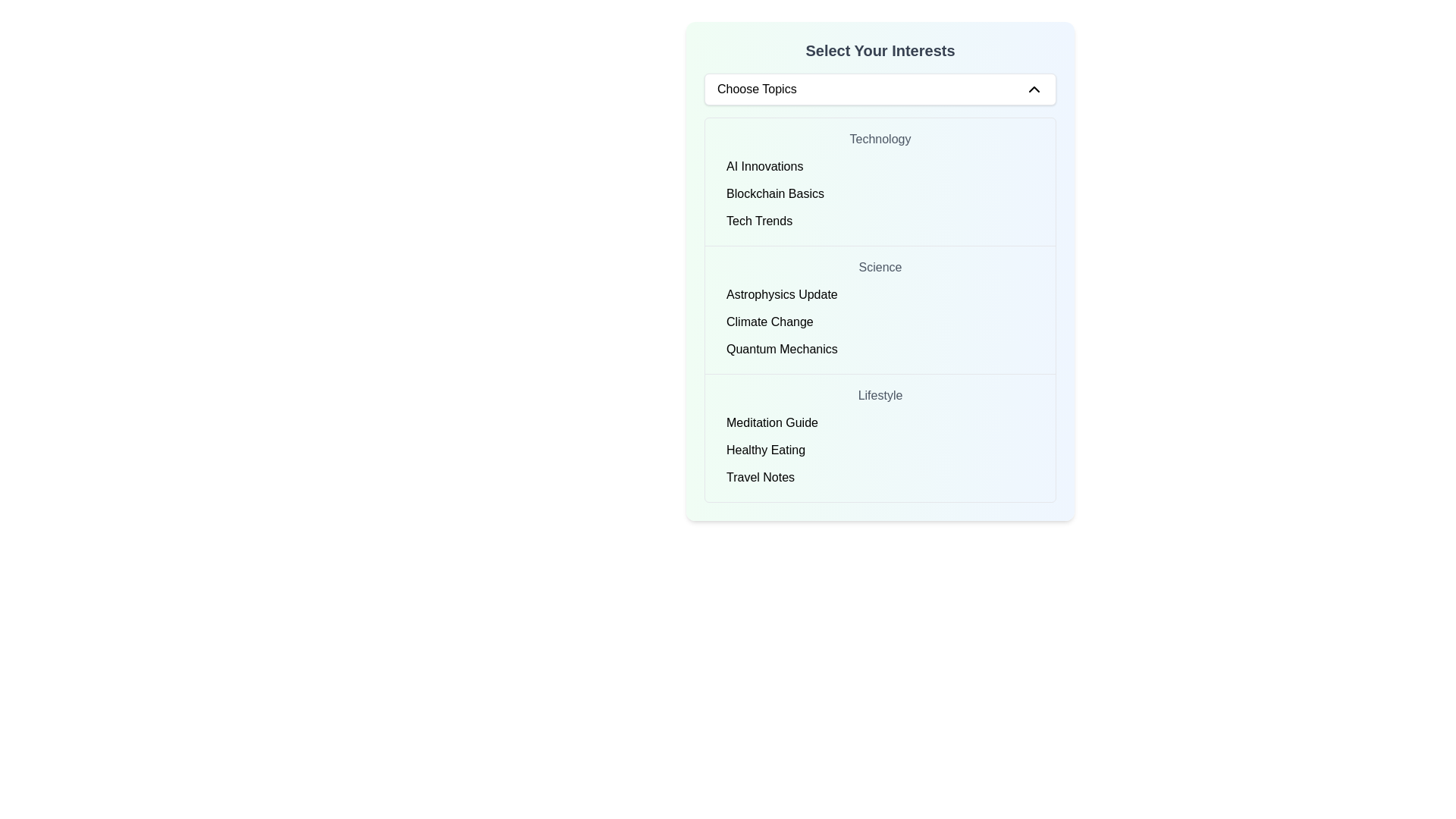  What do you see at coordinates (1033, 89) in the screenshot?
I see `the toggle icon on the far right side of the 'Choose Topics' horizontal bar` at bounding box center [1033, 89].